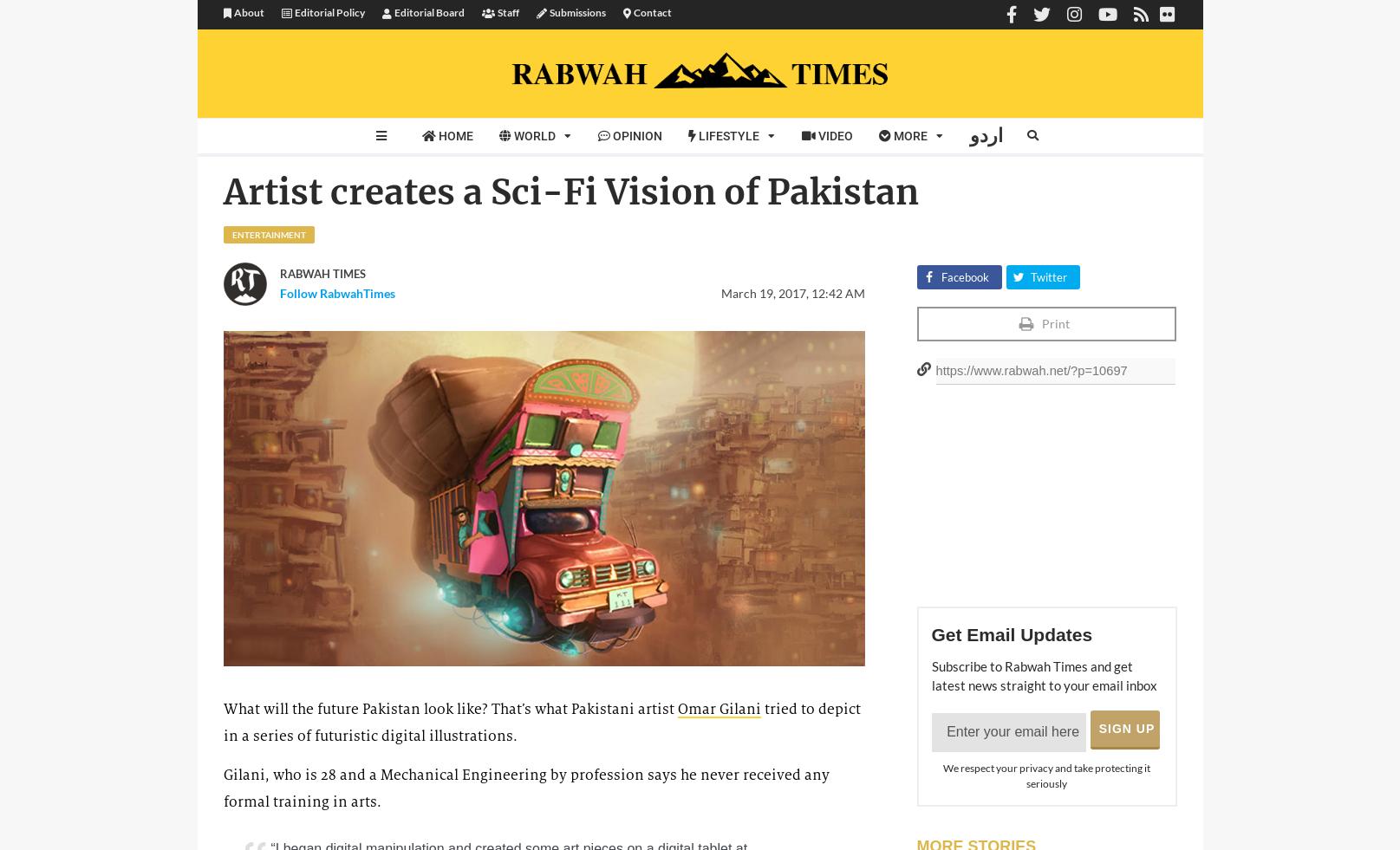 The height and width of the screenshot is (850, 1400). What do you see at coordinates (1040, 322) in the screenshot?
I see `'Print'` at bounding box center [1040, 322].